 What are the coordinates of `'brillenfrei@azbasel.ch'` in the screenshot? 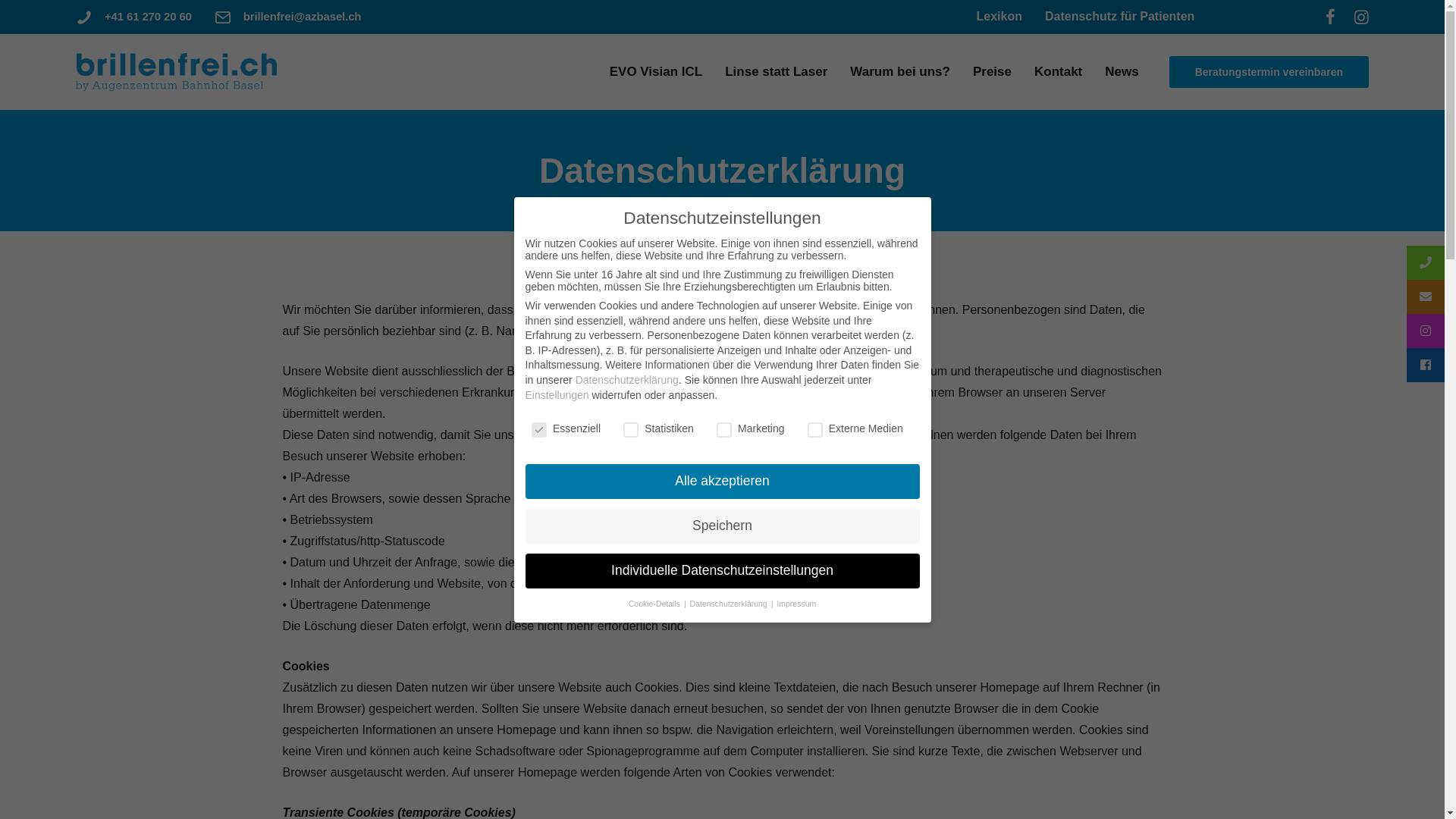 It's located at (302, 16).